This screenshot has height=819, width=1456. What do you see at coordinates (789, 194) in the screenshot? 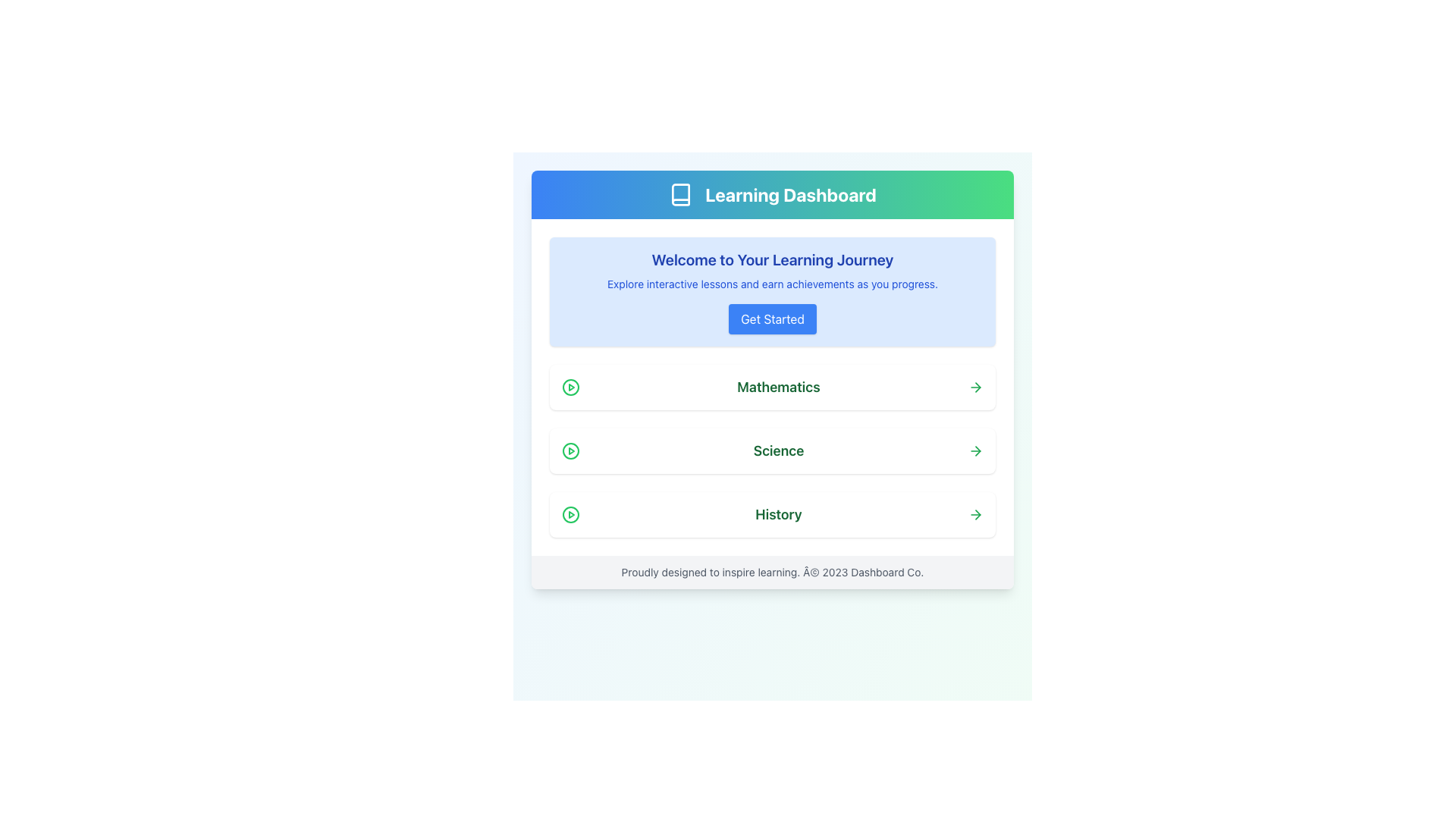
I see `the 'Learning Dashboard' text label located in the header section, which is displayed in bold, large font against a gradient background` at bounding box center [789, 194].